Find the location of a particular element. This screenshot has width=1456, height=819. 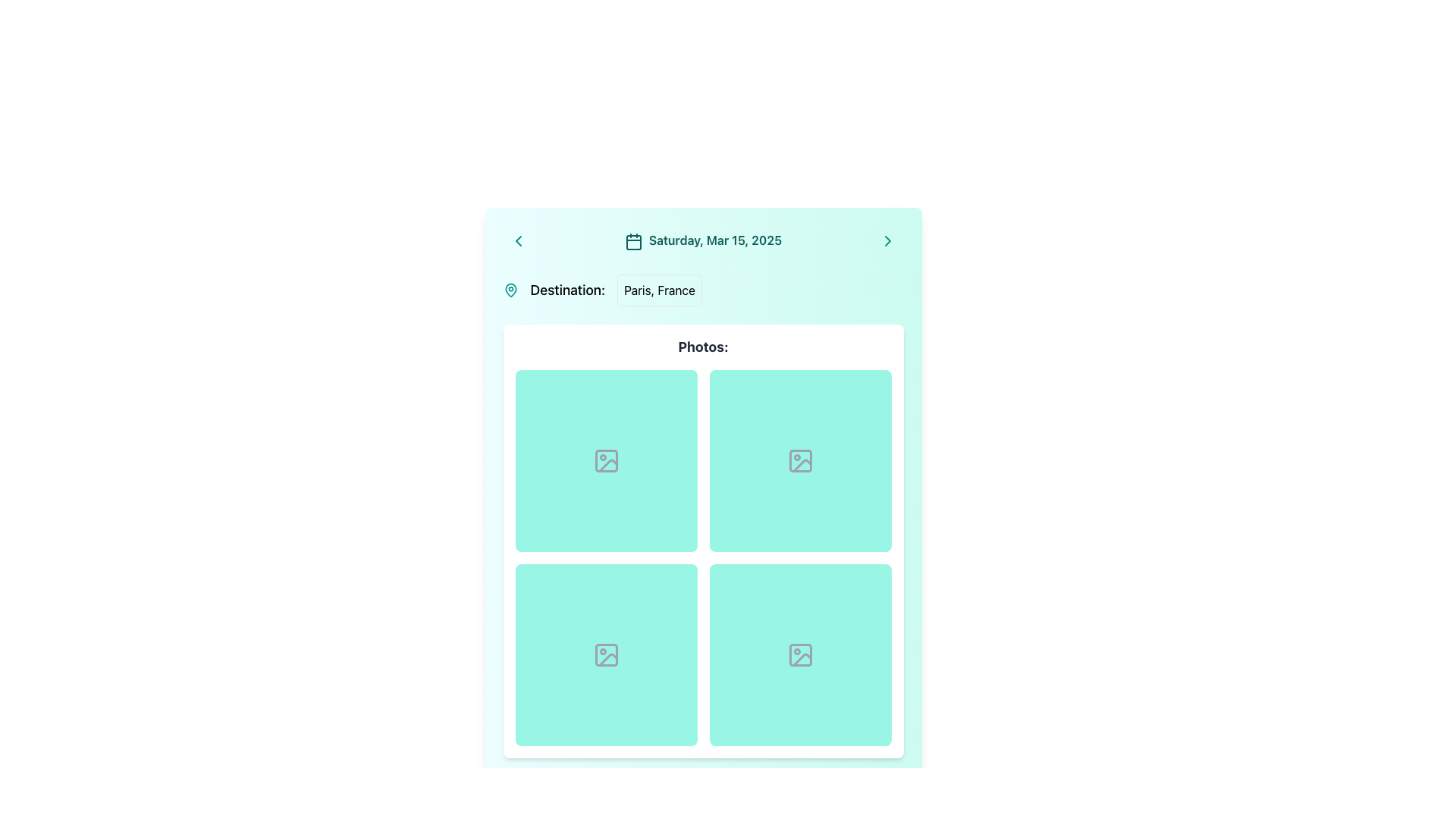

the teal-outlined rightward-pointing chevron button located in the top-right corner of the interface is located at coordinates (888, 240).